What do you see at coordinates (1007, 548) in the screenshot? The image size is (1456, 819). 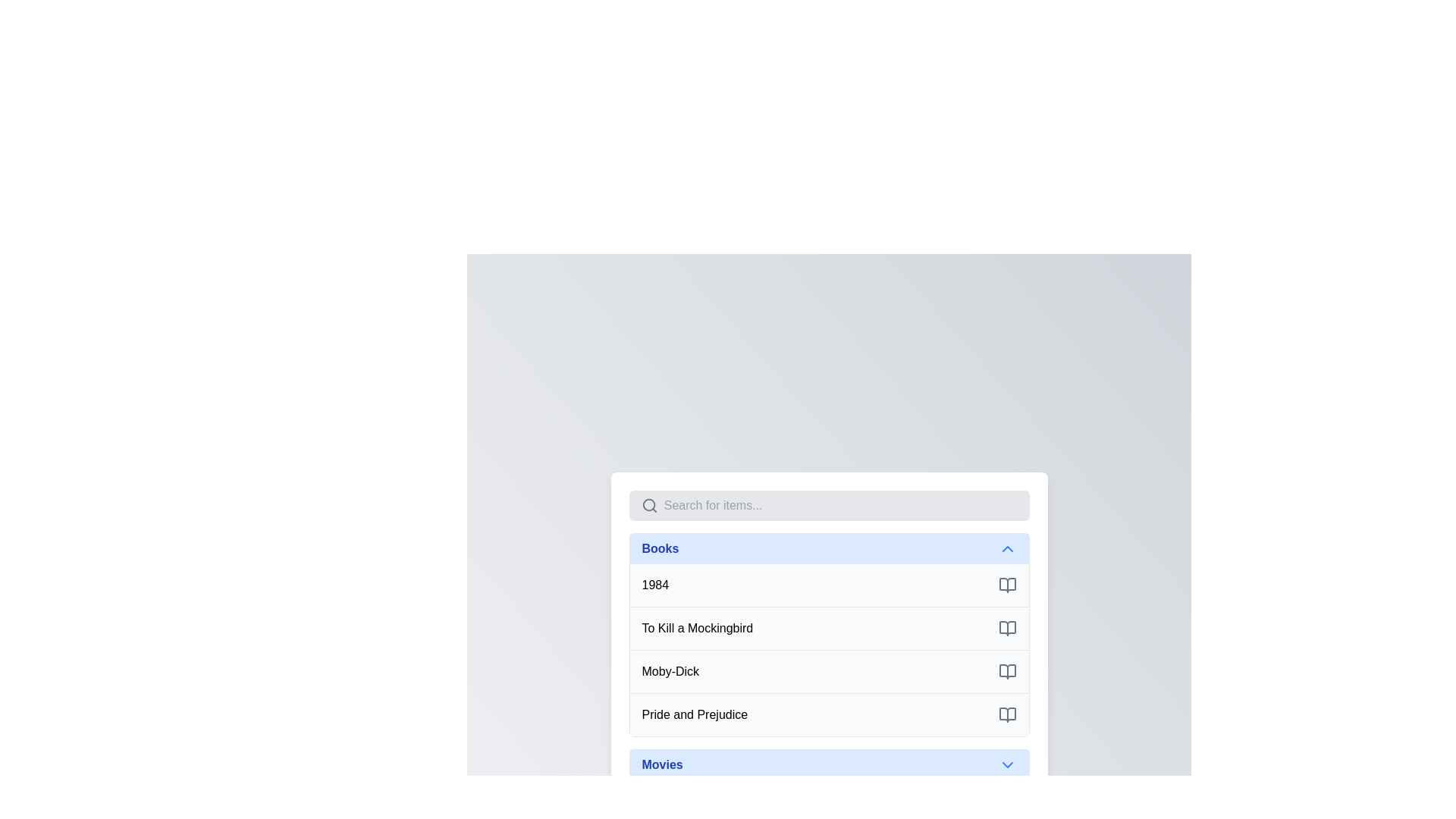 I see `the Icon (Chevron-Up) located at the top-right corner of the 'Books' section` at bounding box center [1007, 548].